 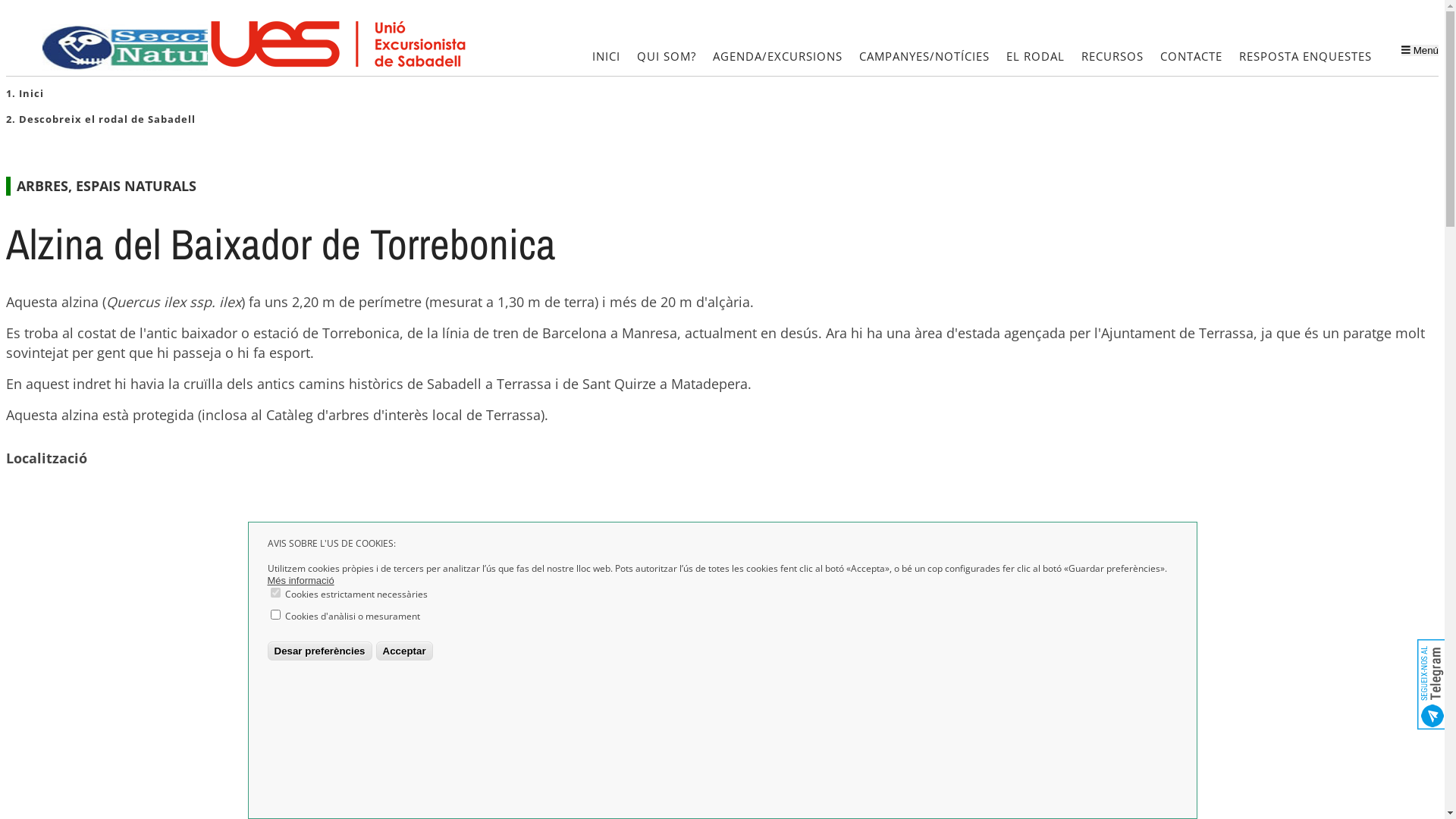 I want to click on 'Acceptar', so click(x=404, y=651).